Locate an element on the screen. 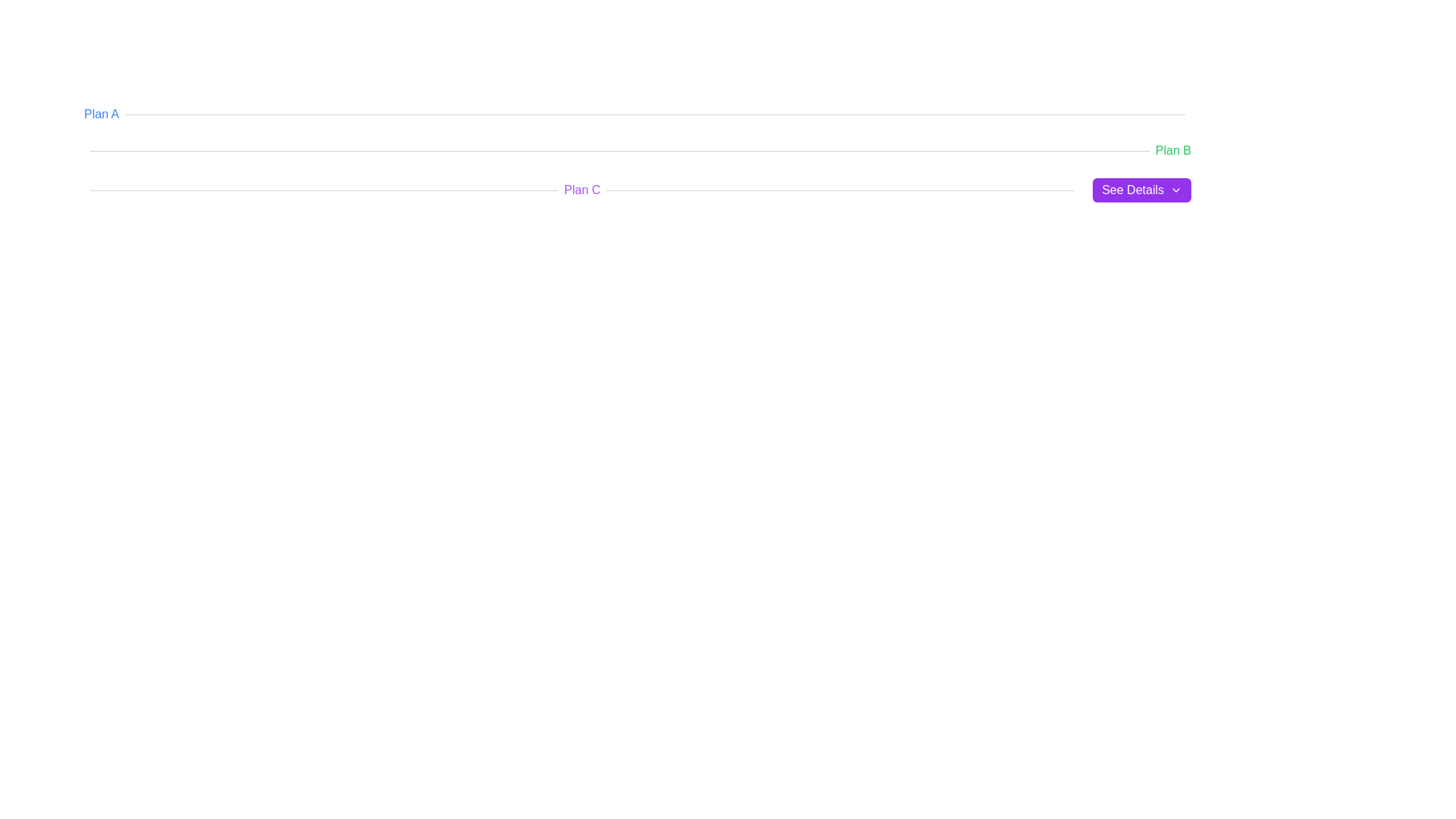 Image resolution: width=1456 pixels, height=819 pixels. the 'Plan B' text label, which serves as an identifier adjacent to an underlined bar in the interface is located at coordinates (1172, 151).